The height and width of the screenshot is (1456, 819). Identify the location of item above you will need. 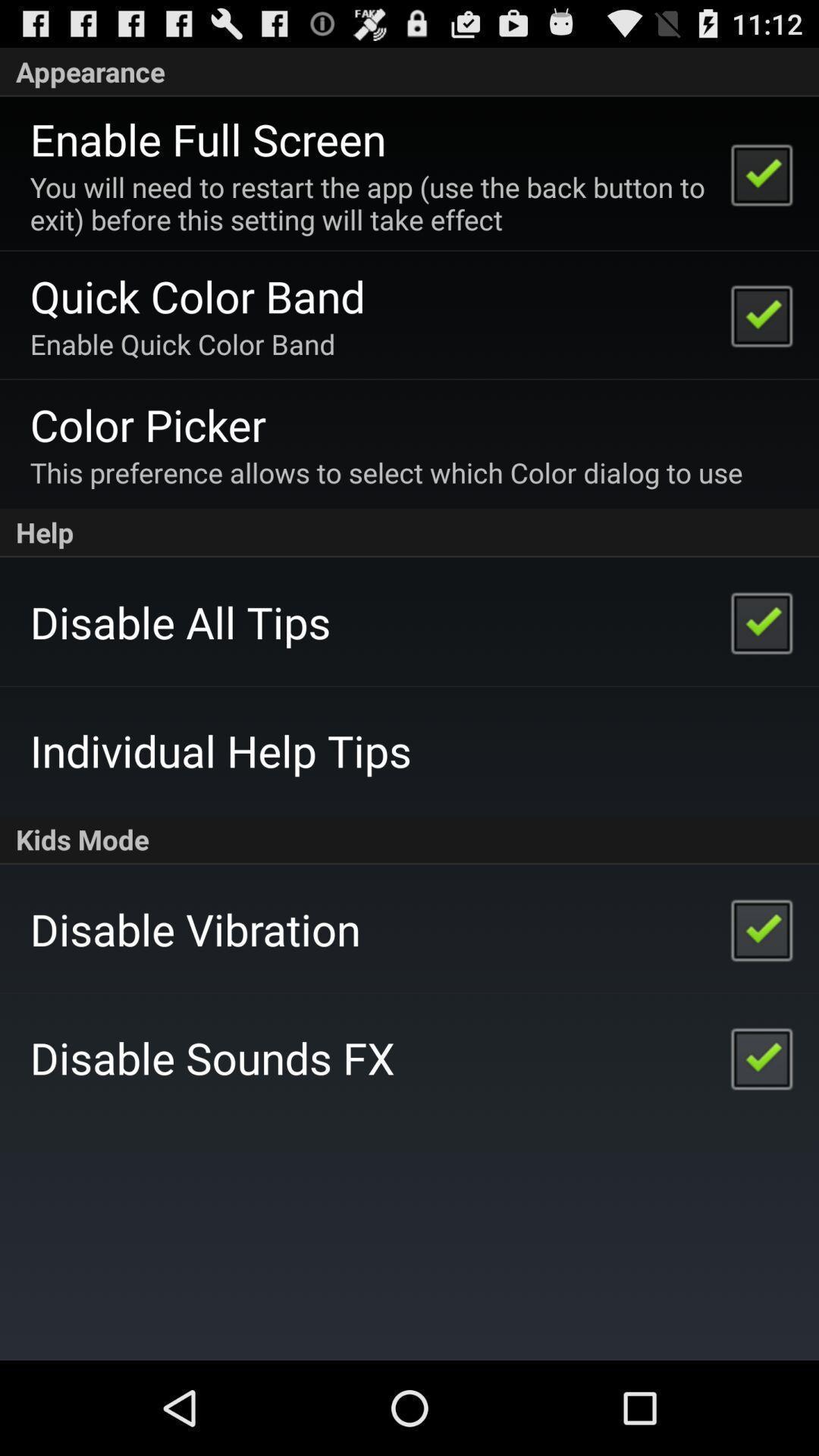
(208, 139).